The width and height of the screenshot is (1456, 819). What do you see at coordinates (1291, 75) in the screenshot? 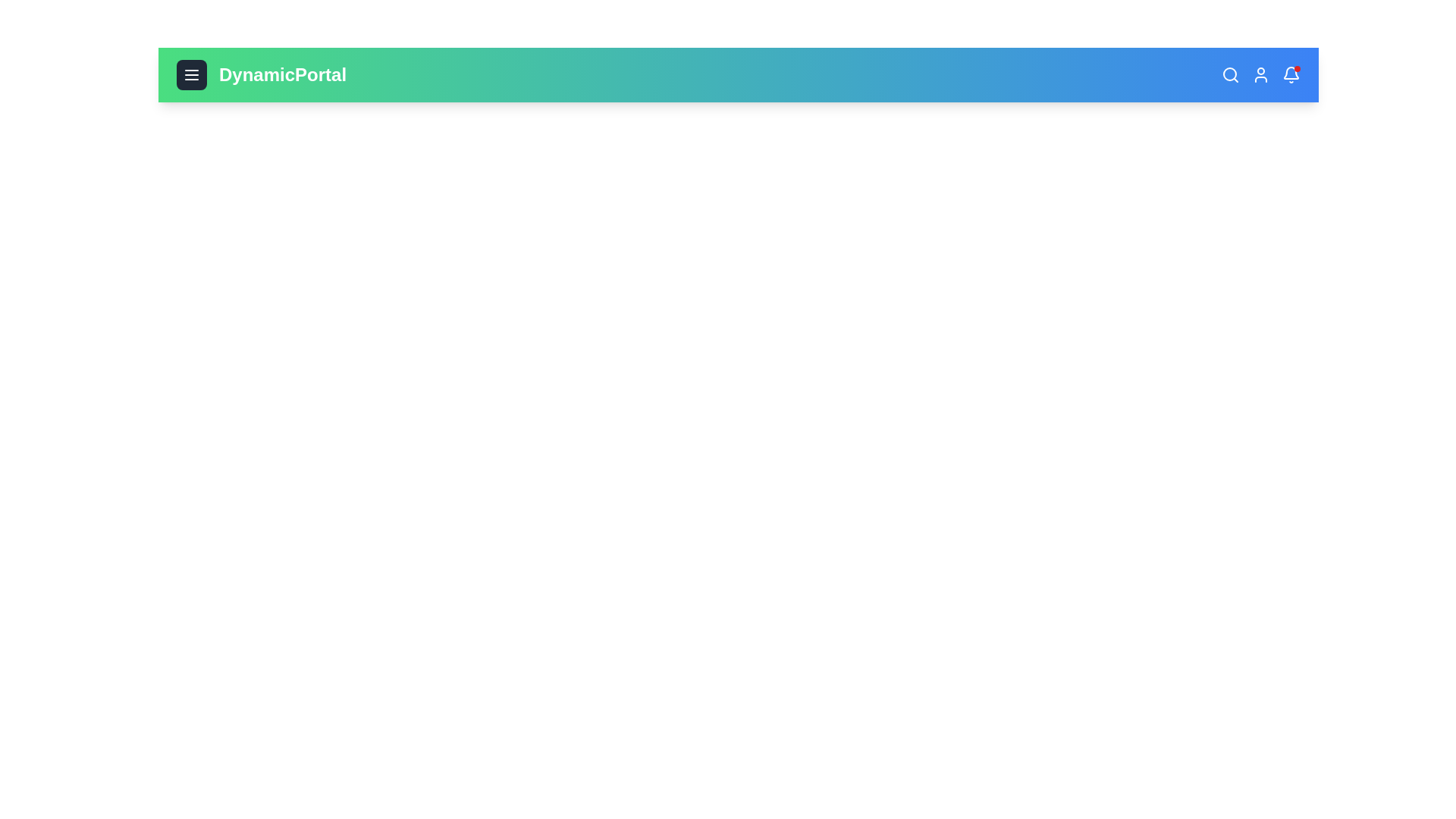
I see `the notification bell icon to view notifications` at bounding box center [1291, 75].